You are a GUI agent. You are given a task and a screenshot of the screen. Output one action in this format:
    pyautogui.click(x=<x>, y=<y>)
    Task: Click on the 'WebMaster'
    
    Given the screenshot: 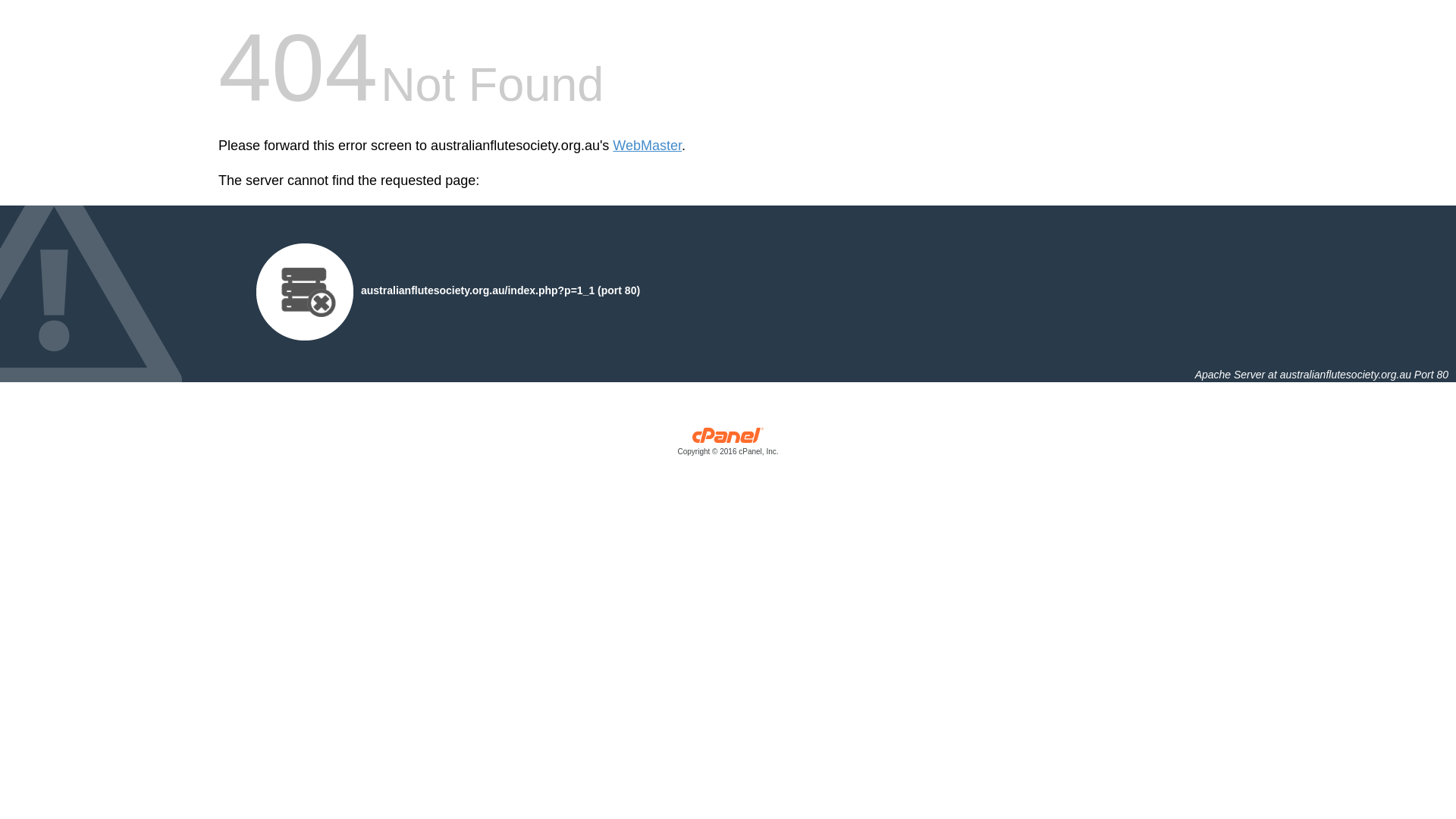 What is the action you would take?
    pyautogui.click(x=612, y=146)
    